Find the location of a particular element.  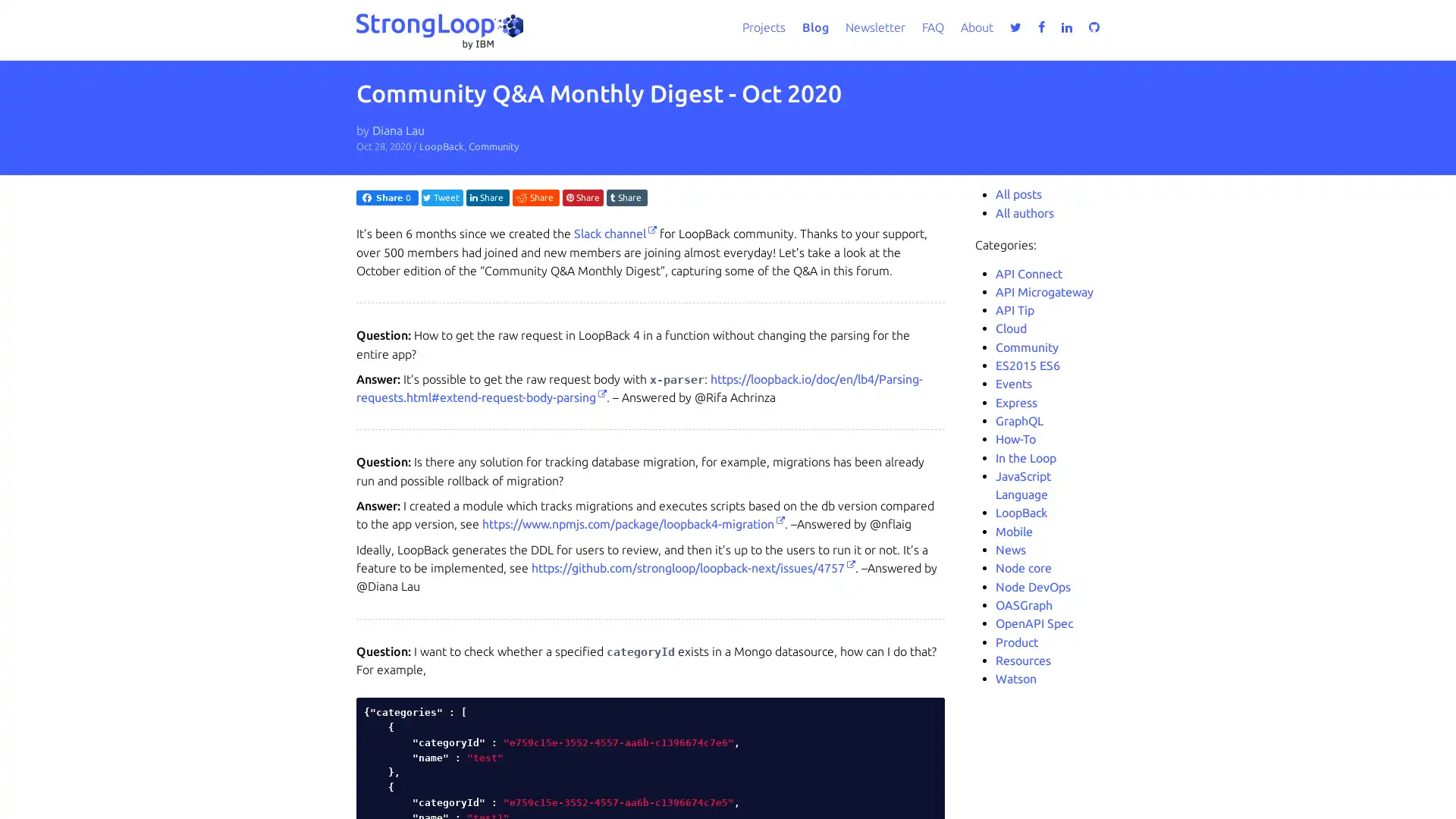

close icon is located at coordinates (1444, 704).